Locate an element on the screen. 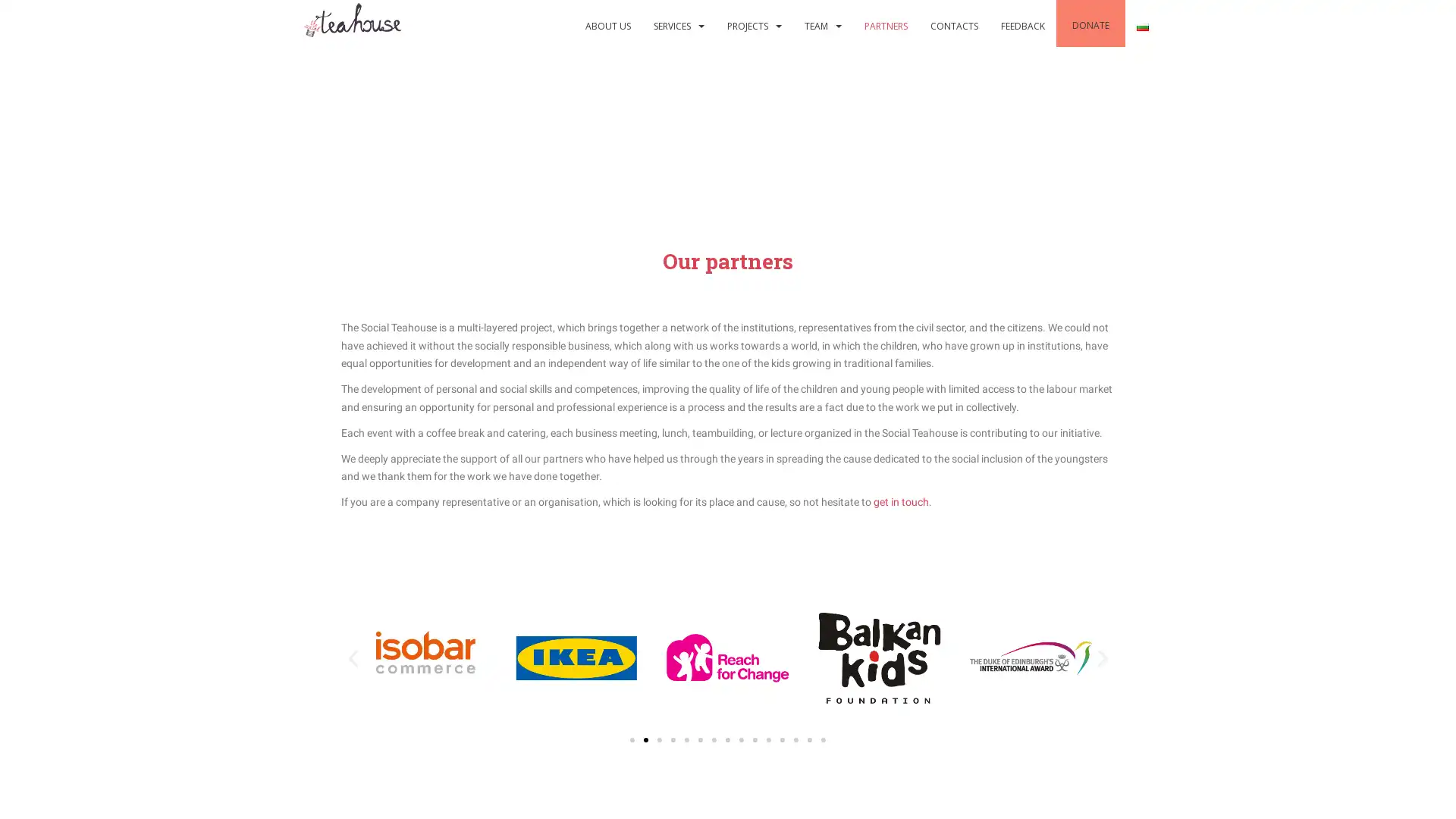  Go to slide 6 is located at coordinates (699, 739).